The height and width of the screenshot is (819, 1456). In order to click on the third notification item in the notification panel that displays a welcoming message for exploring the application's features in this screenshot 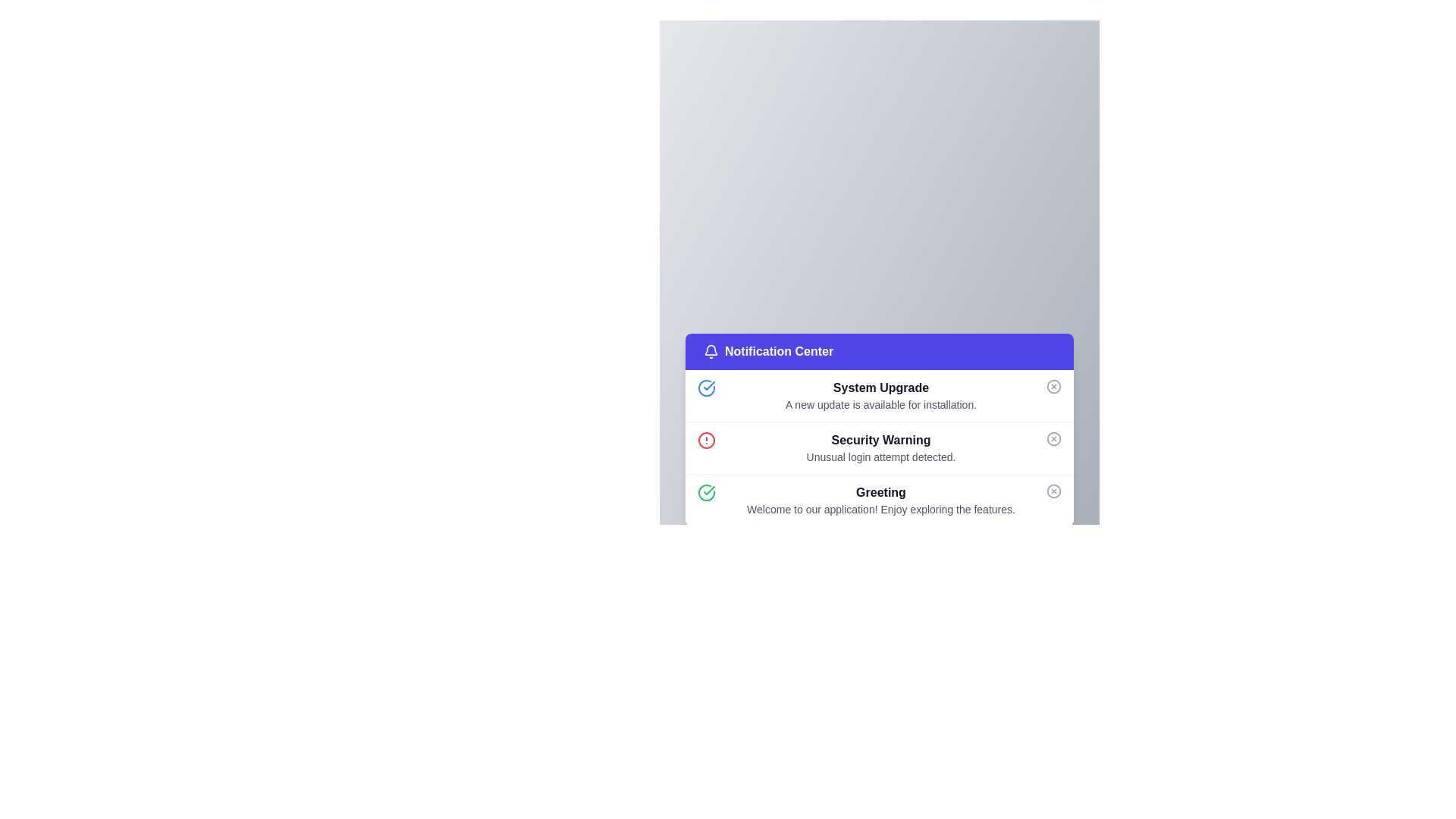, I will do `click(880, 500)`.